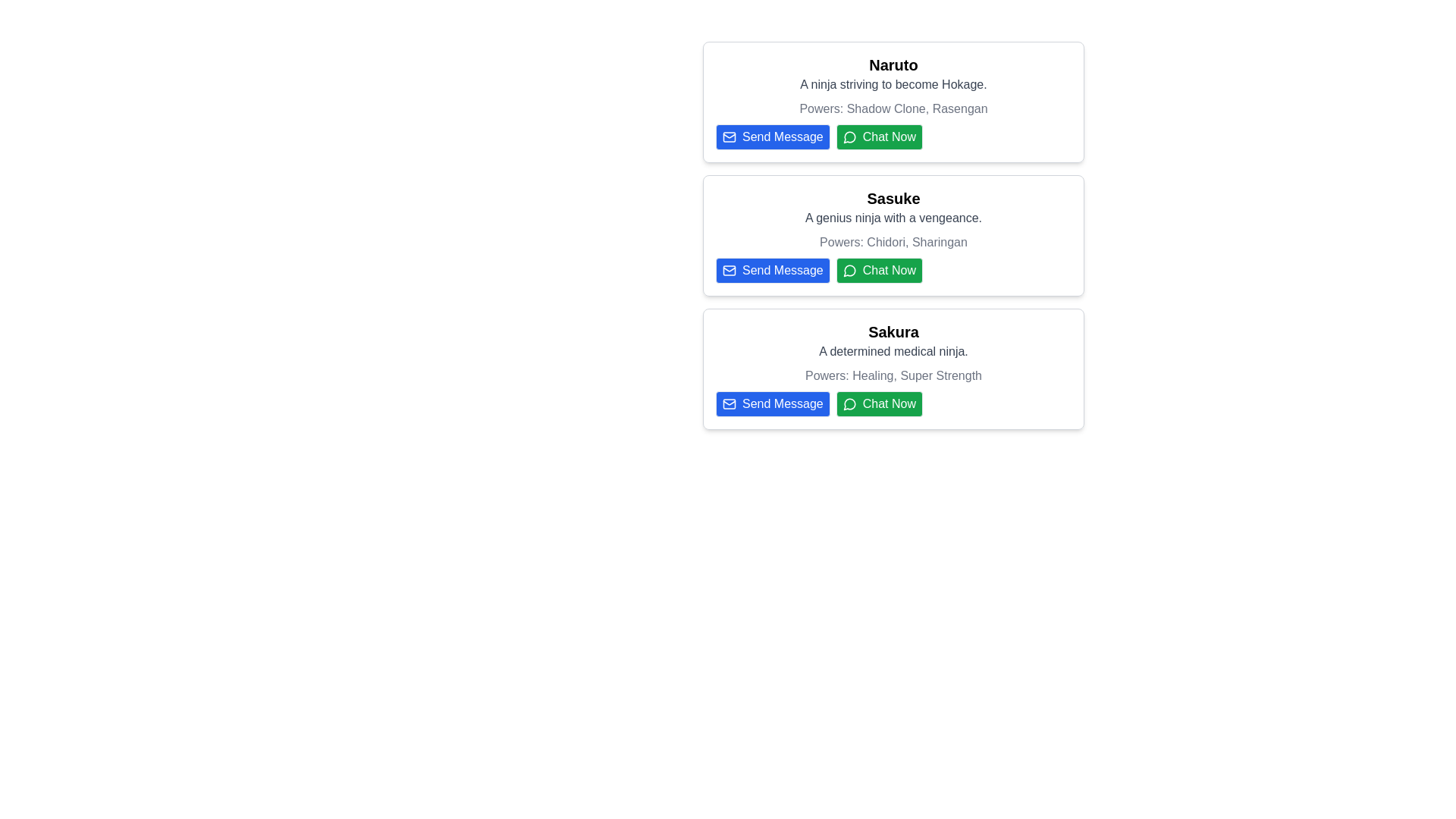 This screenshot has height=819, width=1456. Describe the element at coordinates (893, 331) in the screenshot. I see `the text label displaying 'Sakura', which serves as the main title of the third card in a vertical stack` at that location.